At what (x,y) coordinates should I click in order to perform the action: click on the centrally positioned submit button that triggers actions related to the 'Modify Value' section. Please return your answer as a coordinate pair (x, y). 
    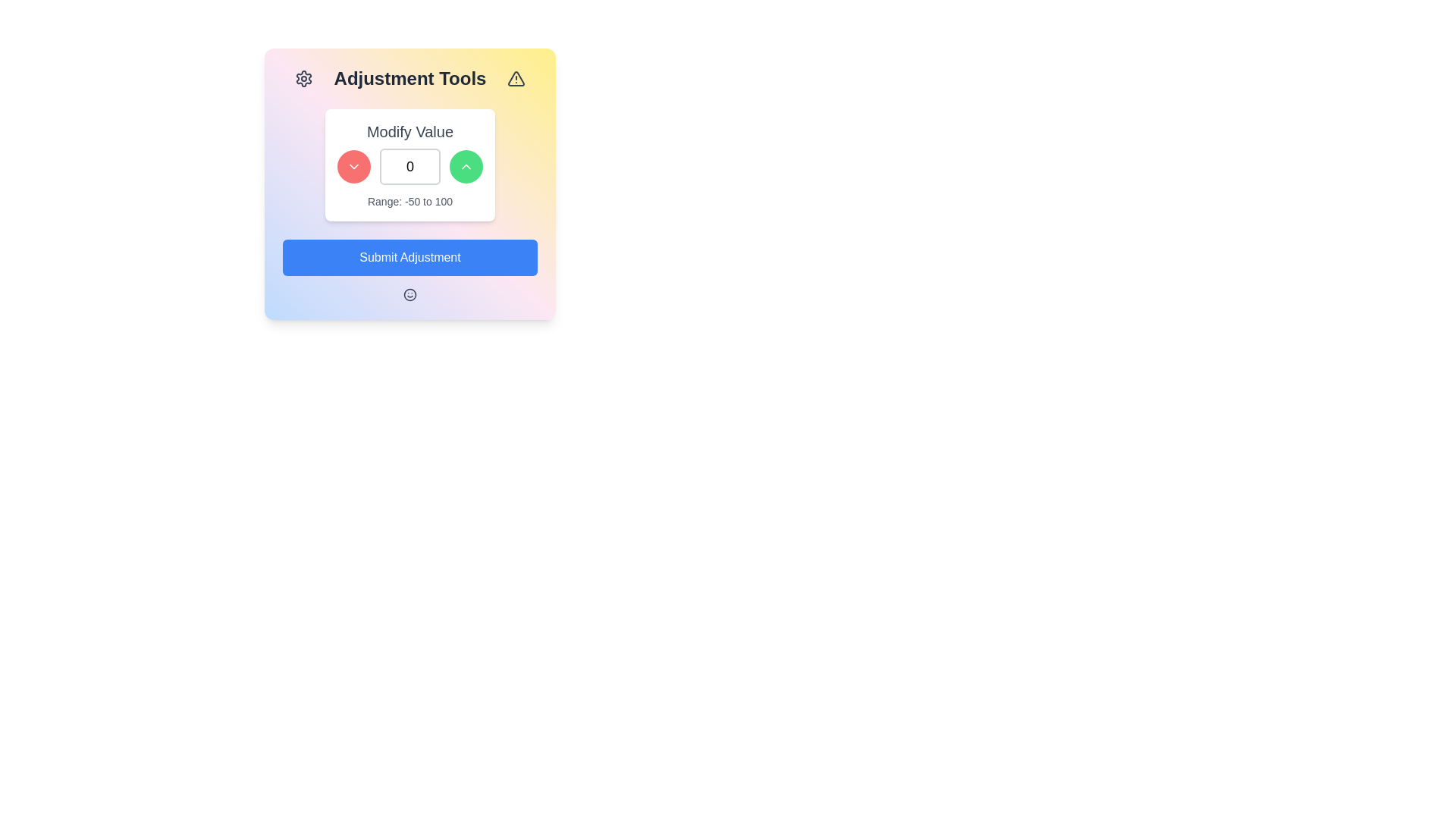
    Looking at the image, I should click on (410, 256).